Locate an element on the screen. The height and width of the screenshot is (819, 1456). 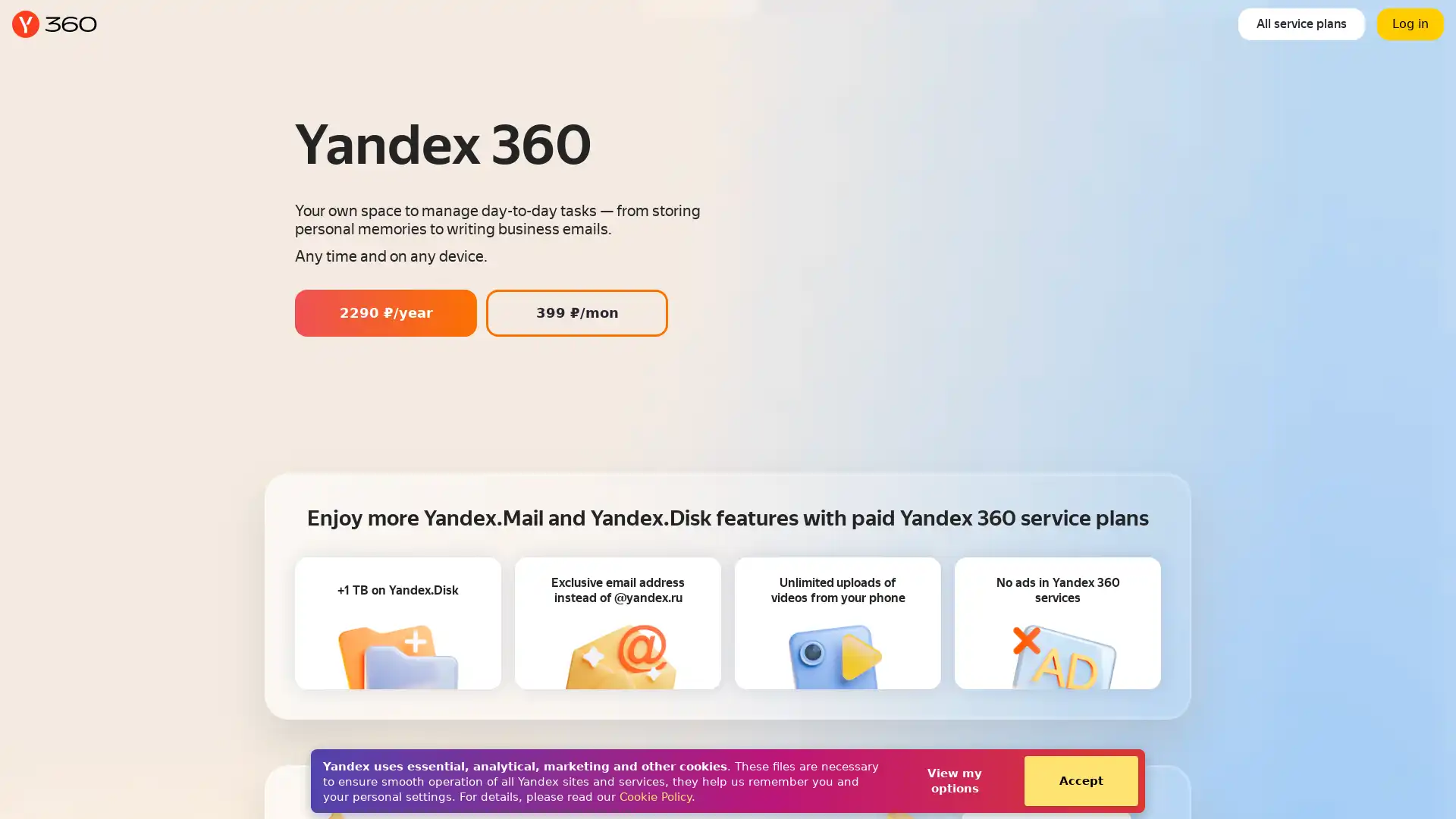
2290 /year is located at coordinates (385, 312).